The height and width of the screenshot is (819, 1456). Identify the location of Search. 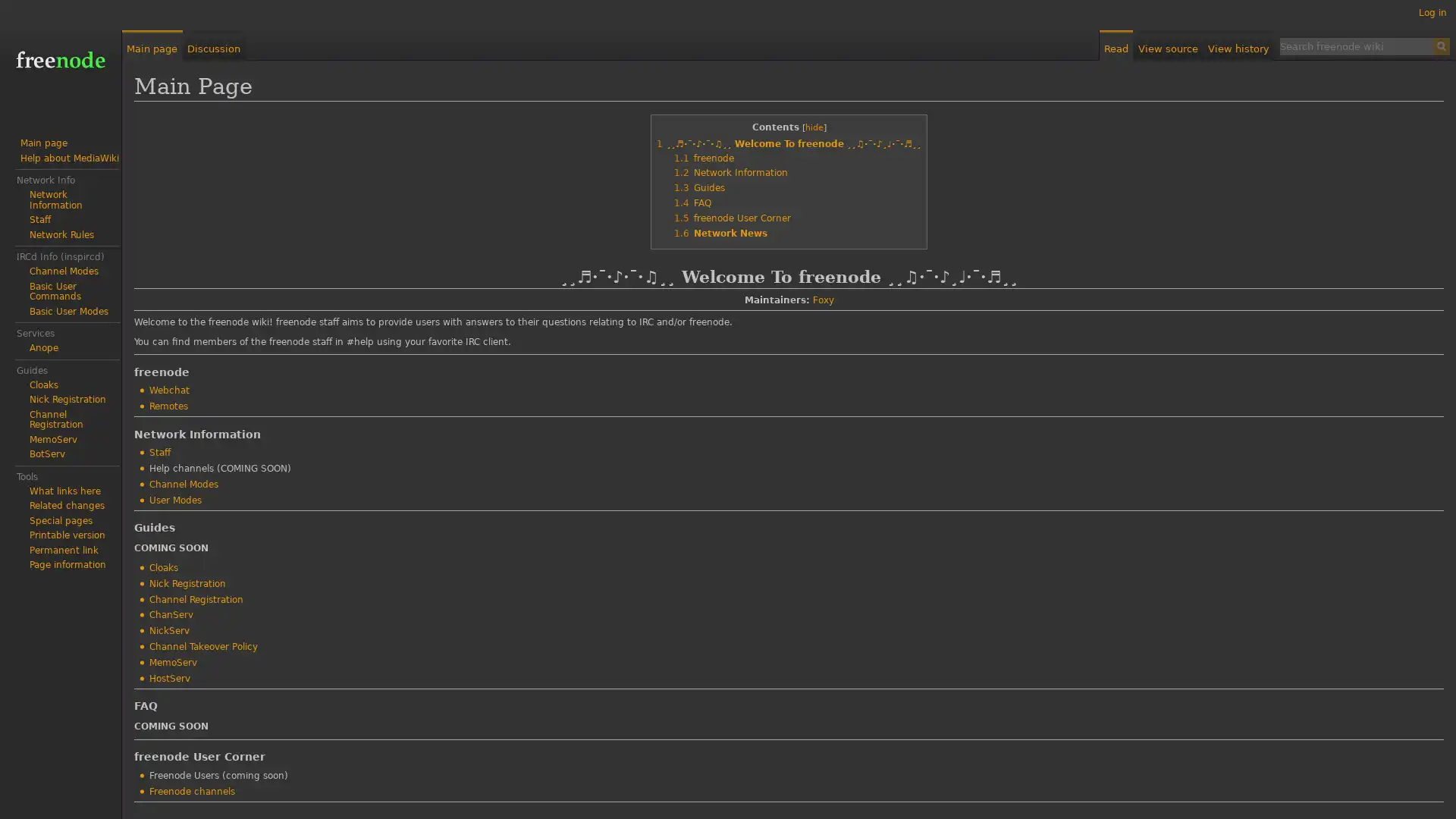
(1440, 45).